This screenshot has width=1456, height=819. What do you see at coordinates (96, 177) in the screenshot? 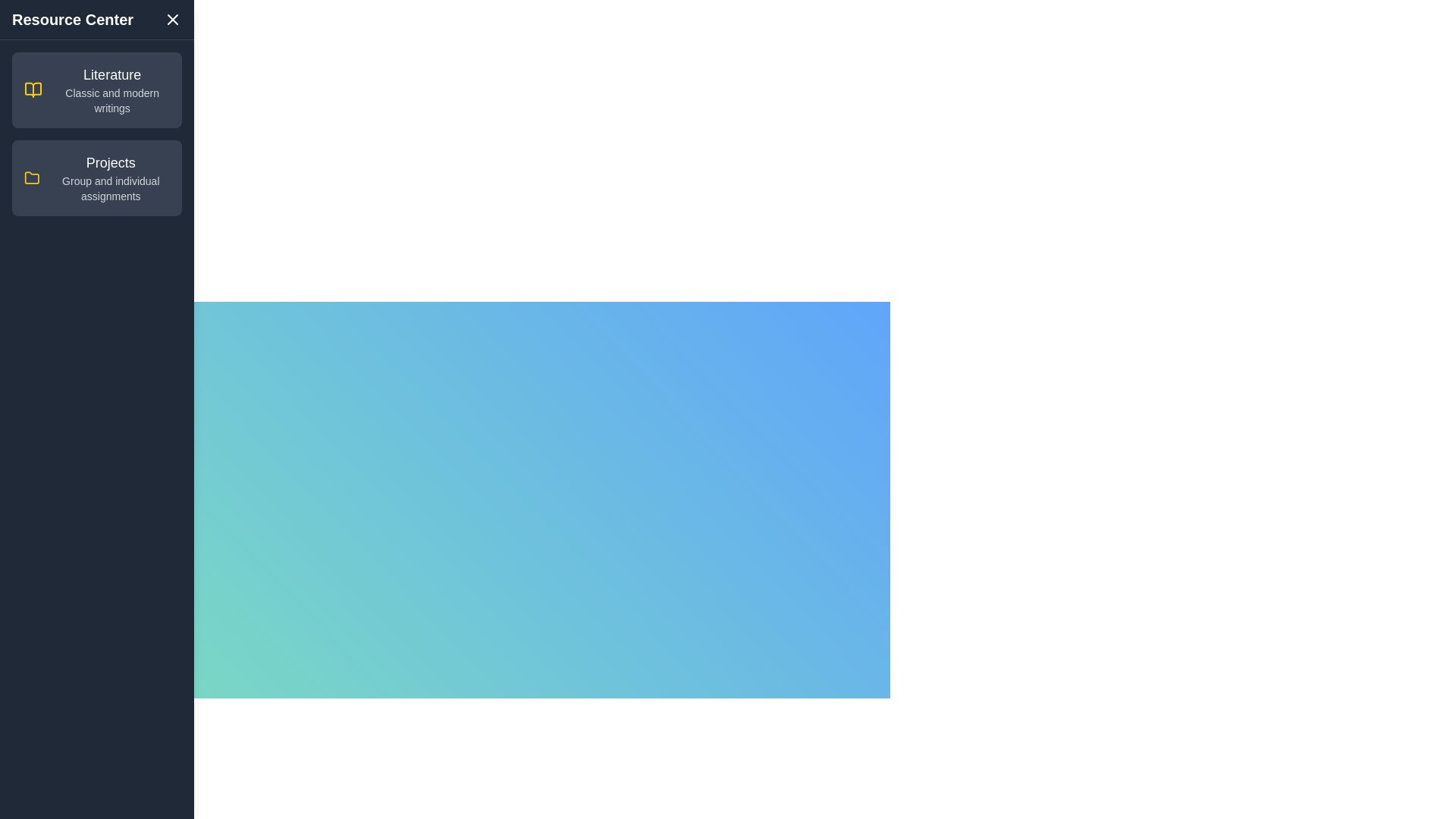
I see `the category Projects to highlight it` at bounding box center [96, 177].